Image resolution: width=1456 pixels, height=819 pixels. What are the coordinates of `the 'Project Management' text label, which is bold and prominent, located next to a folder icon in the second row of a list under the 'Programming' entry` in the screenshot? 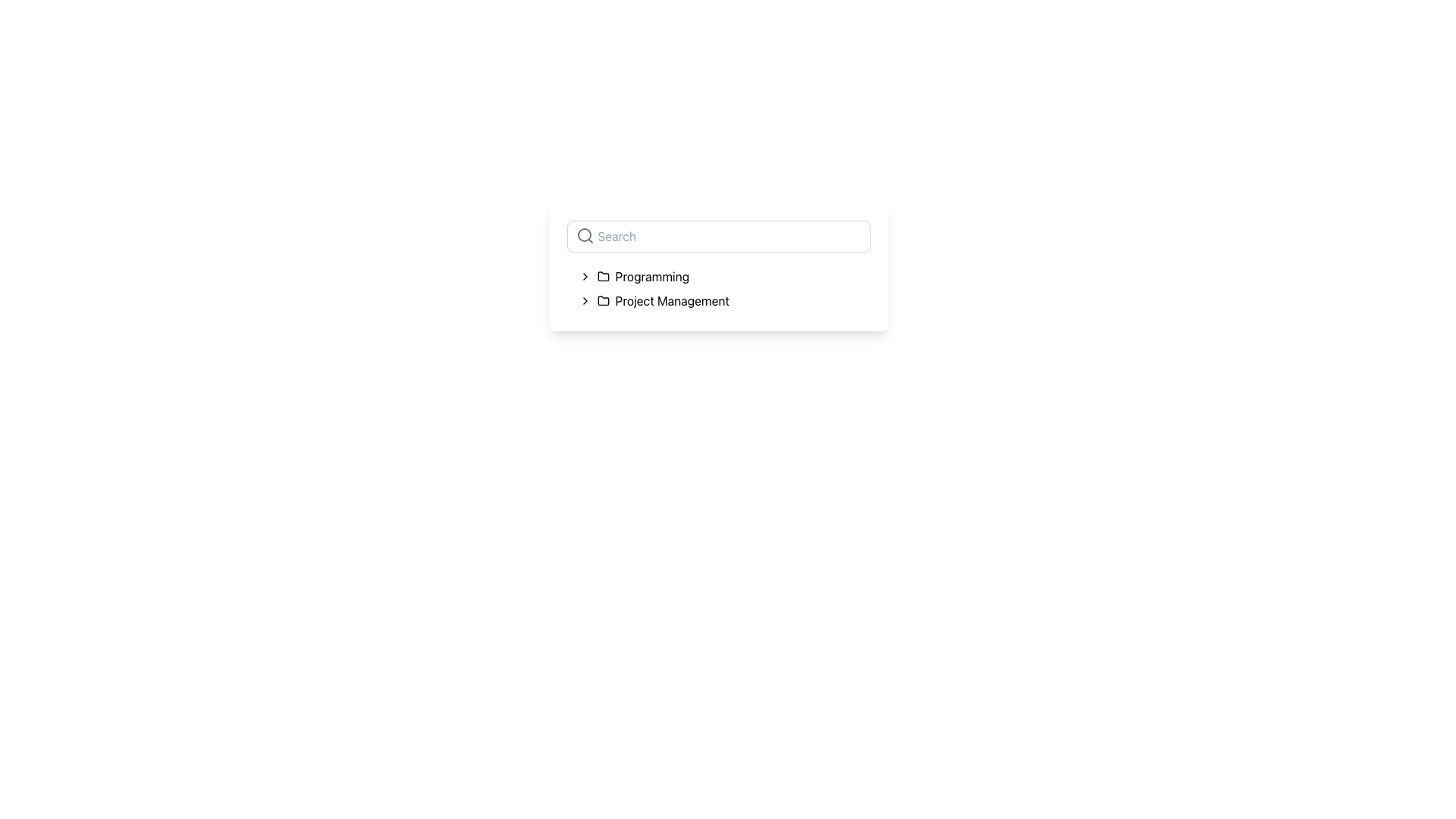 It's located at (671, 301).